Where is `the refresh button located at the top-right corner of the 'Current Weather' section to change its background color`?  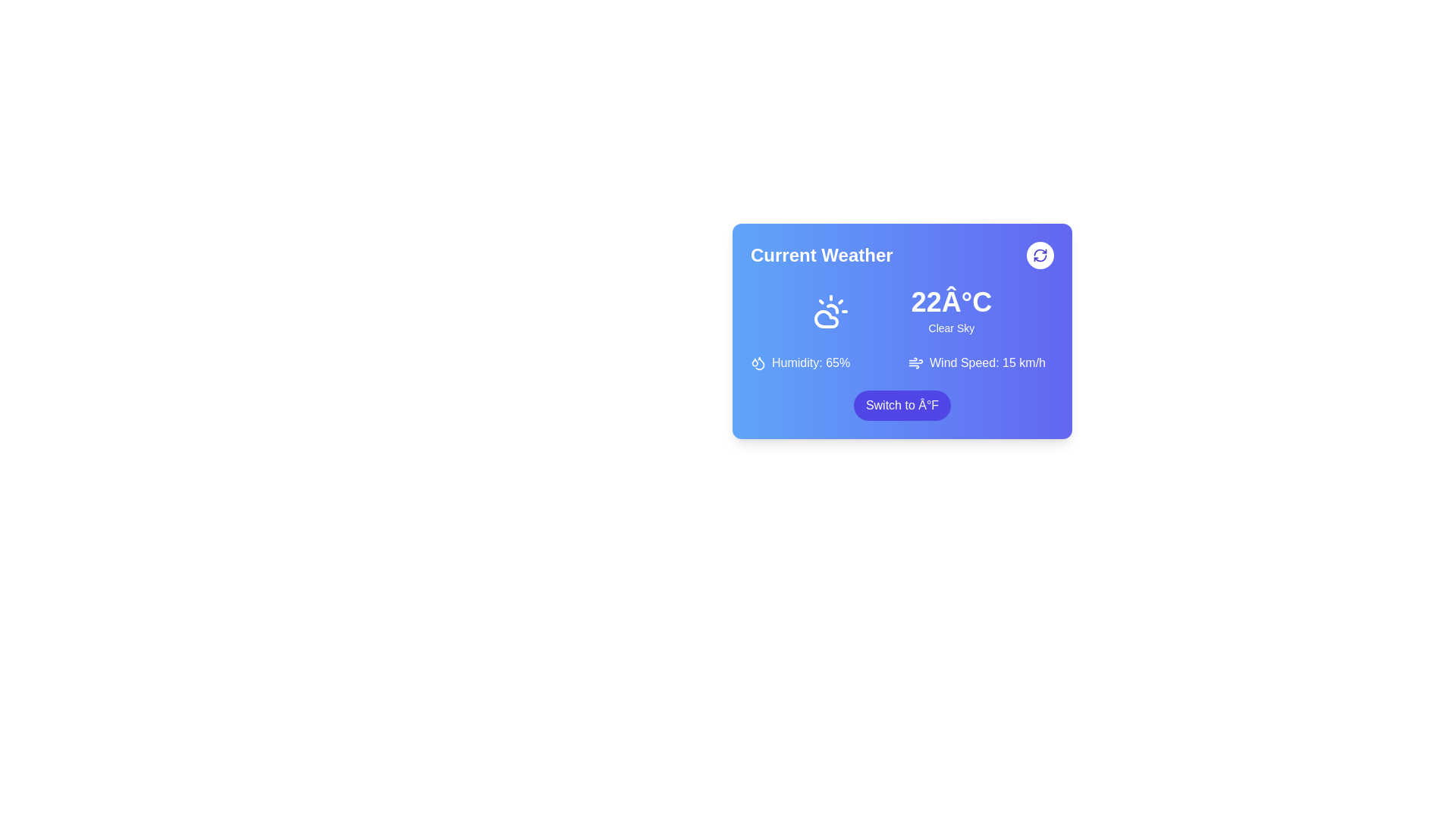
the refresh button located at the top-right corner of the 'Current Weather' section to change its background color is located at coordinates (1040, 254).